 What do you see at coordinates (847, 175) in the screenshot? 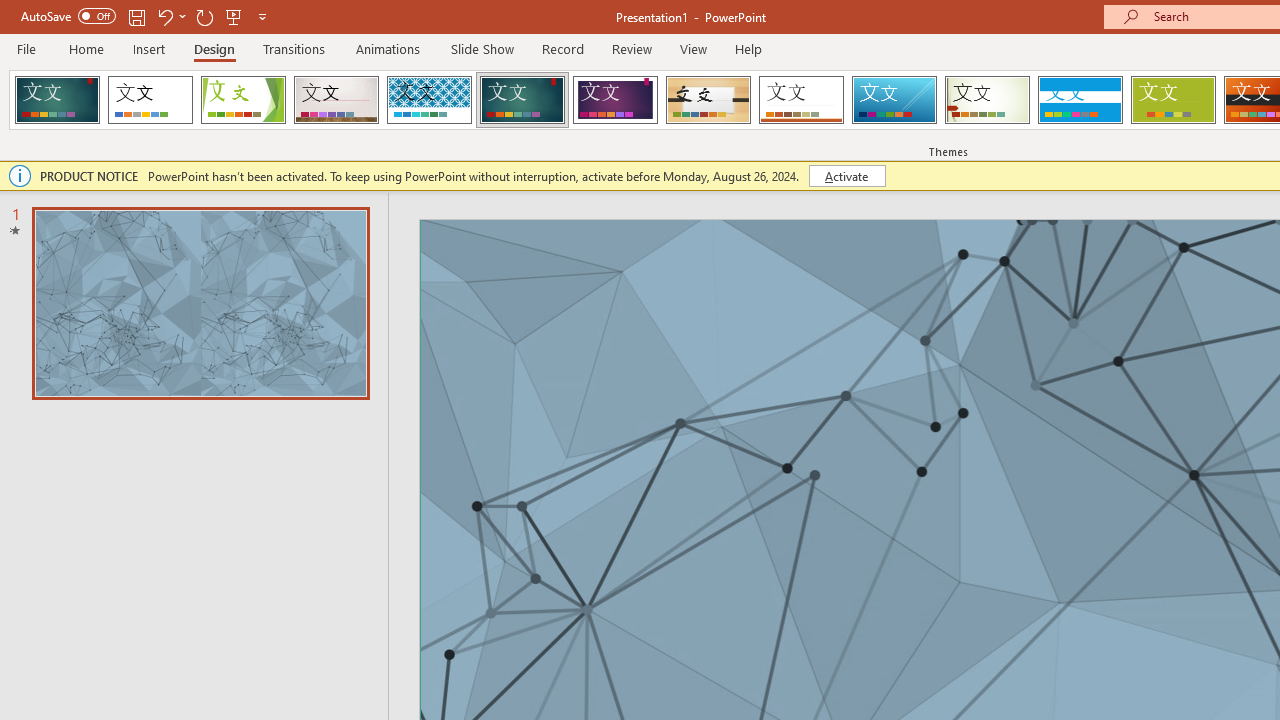
I see `'Activate'` at bounding box center [847, 175].